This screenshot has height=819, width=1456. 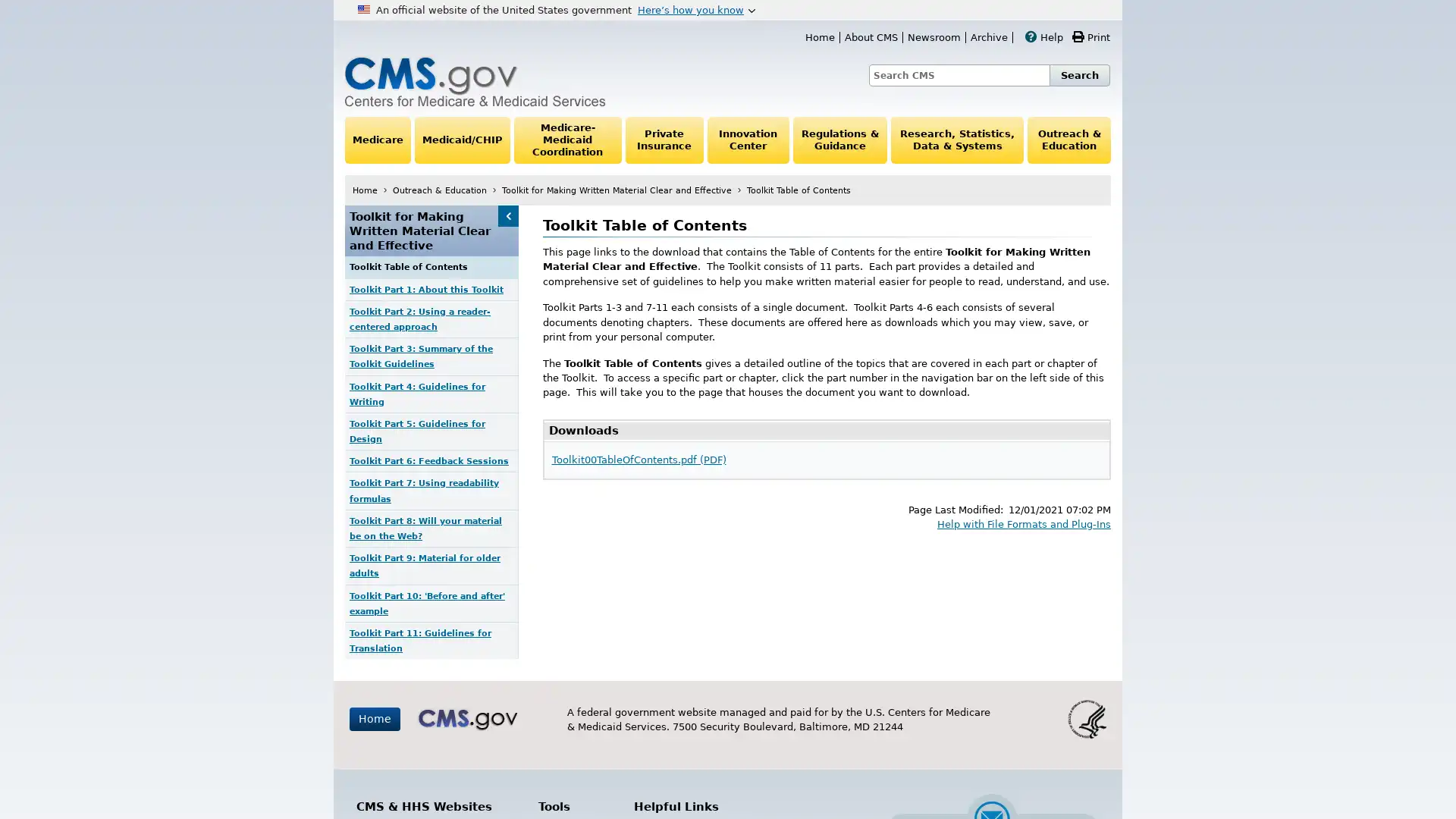 What do you see at coordinates (507, 216) in the screenshot?
I see `Toolkit for Making Written Material Clear and Effective` at bounding box center [507, 216].